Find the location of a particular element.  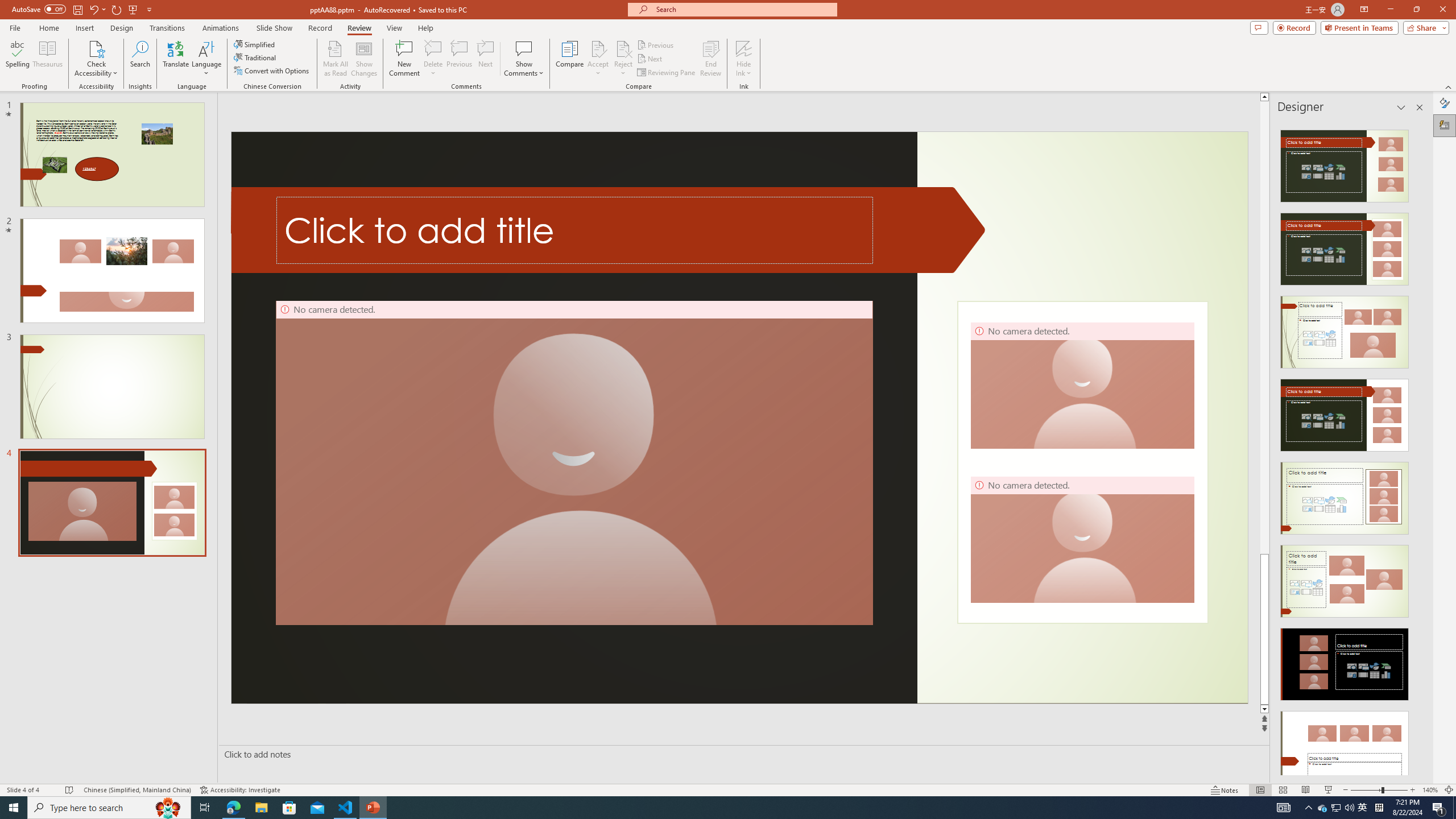

'Compare' is located at coordinates (570, 59).